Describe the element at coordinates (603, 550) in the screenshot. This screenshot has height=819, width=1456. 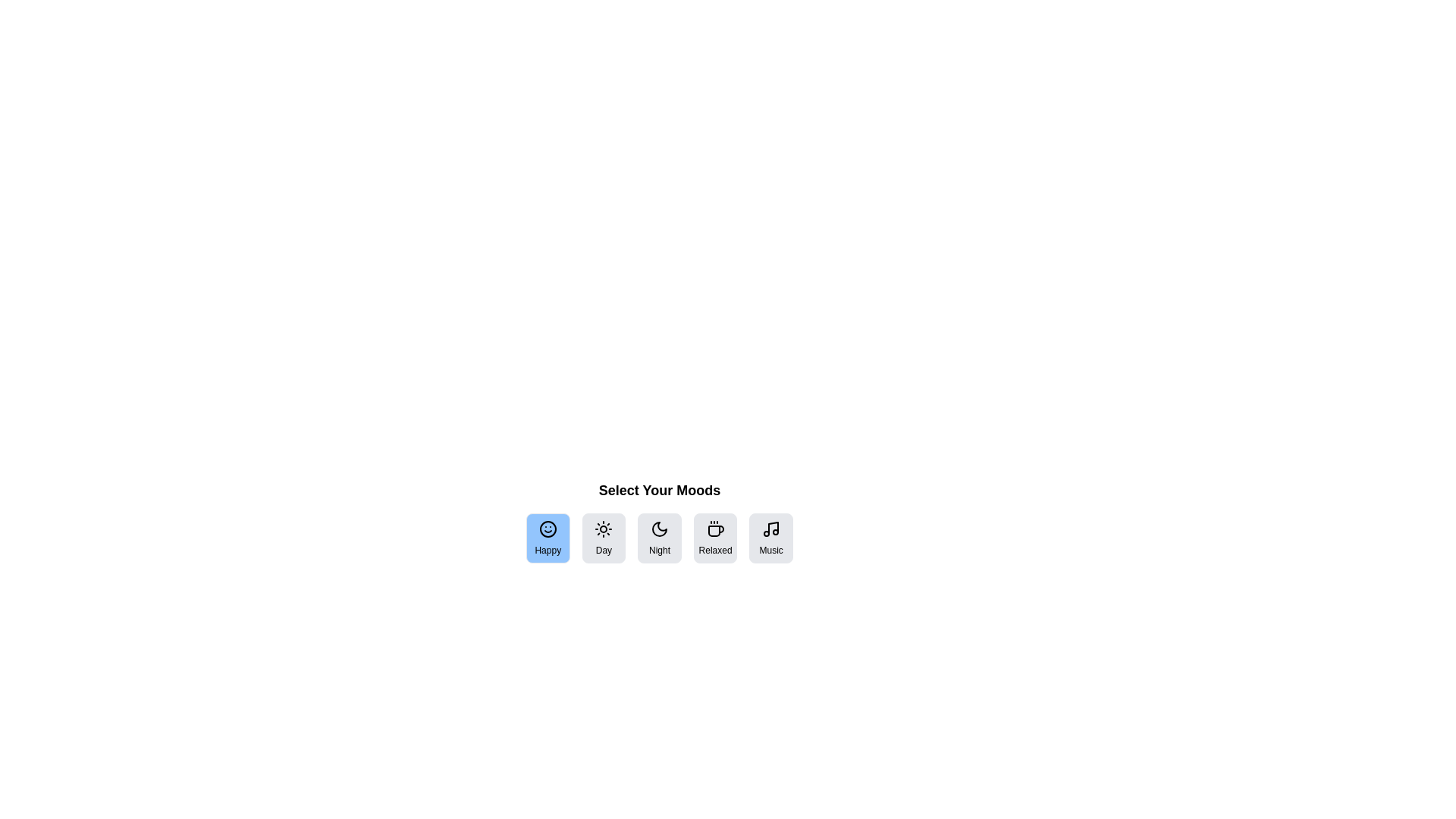
I see `the static text label located below the circular icon of the second button in a horizontal row of similar buttons` at that location.